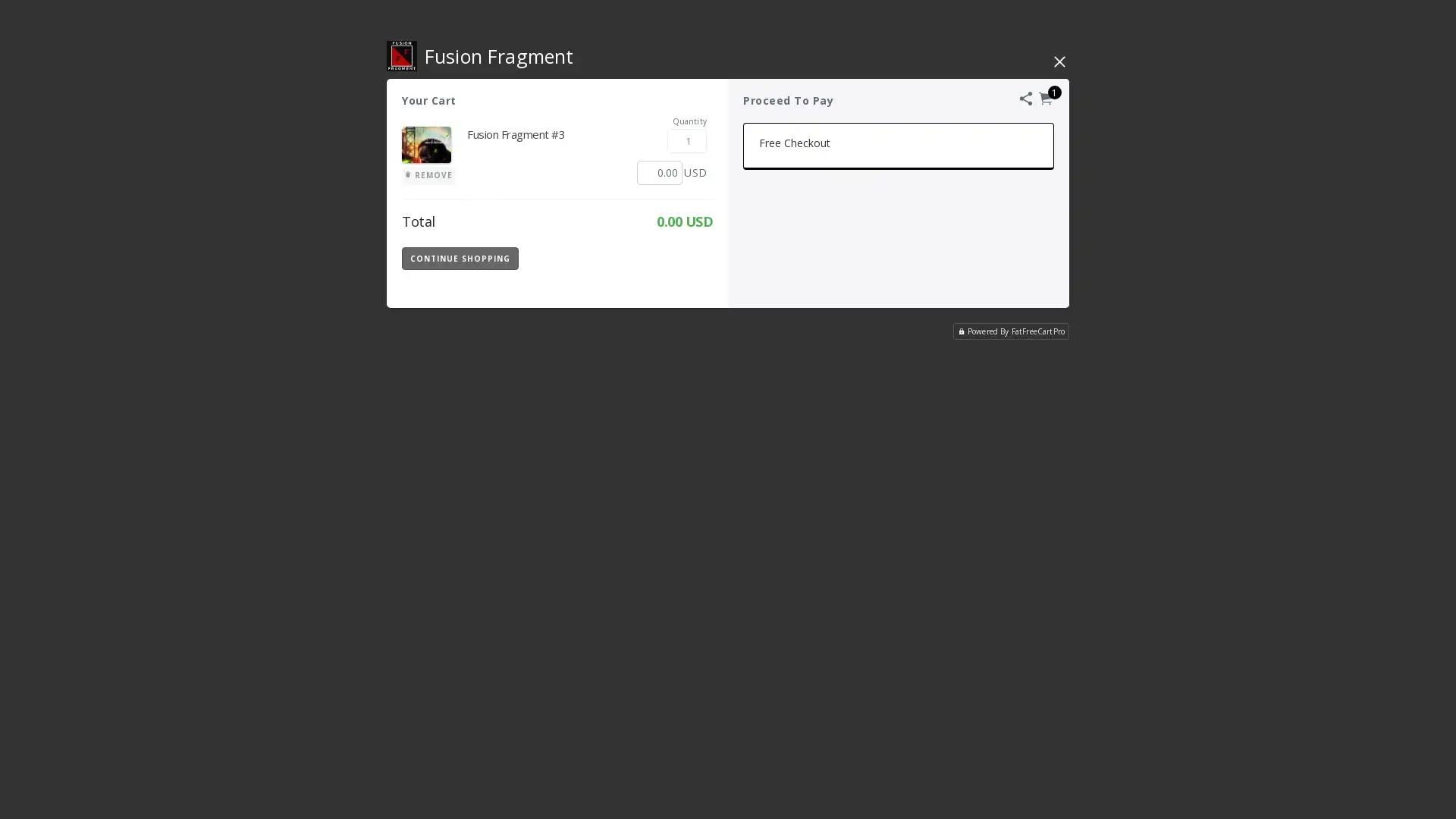  I want to click on trash REMOVE, so click(428, 174).